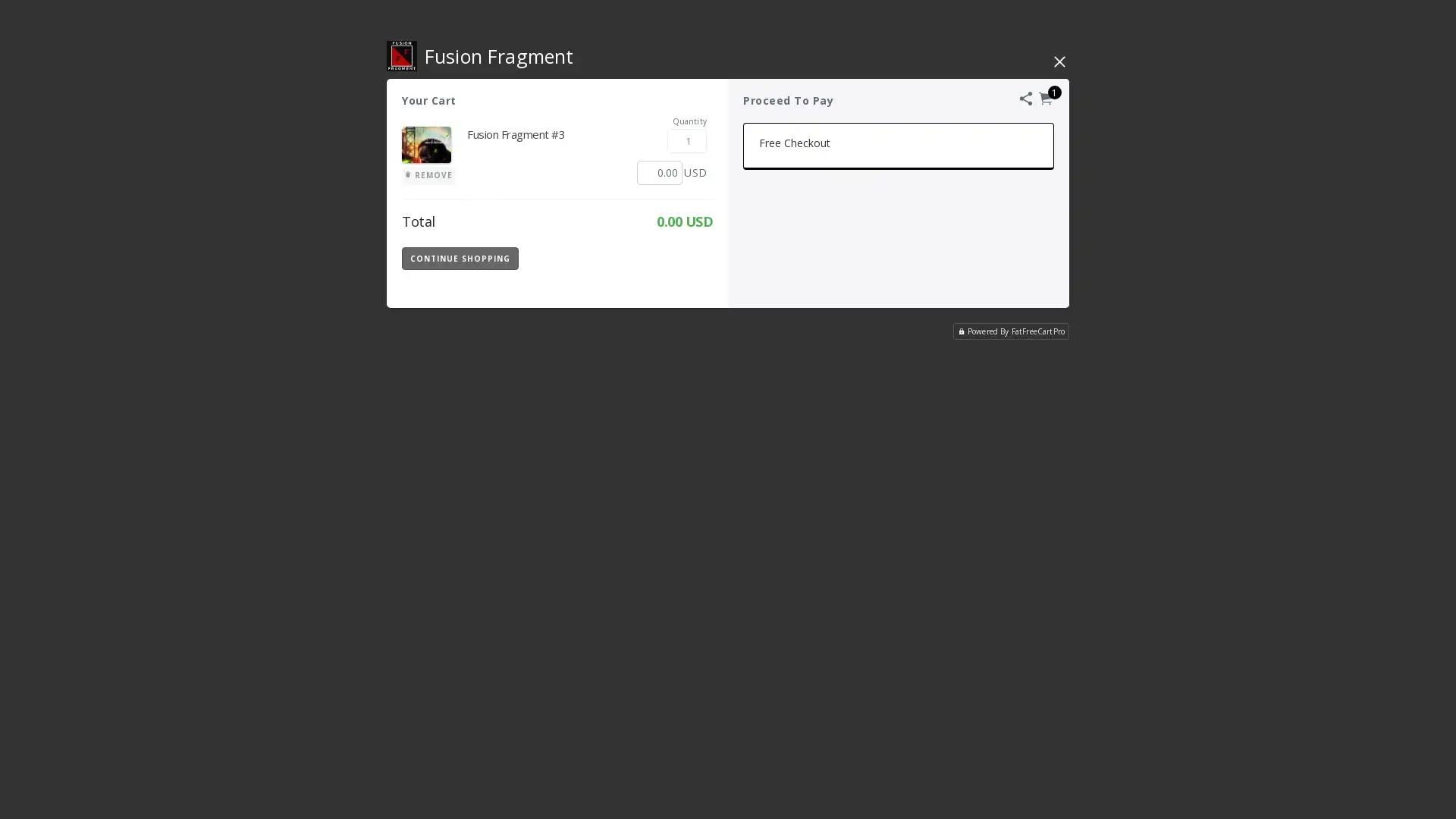  I want to click on trash REMOVE, so click(428, 174).